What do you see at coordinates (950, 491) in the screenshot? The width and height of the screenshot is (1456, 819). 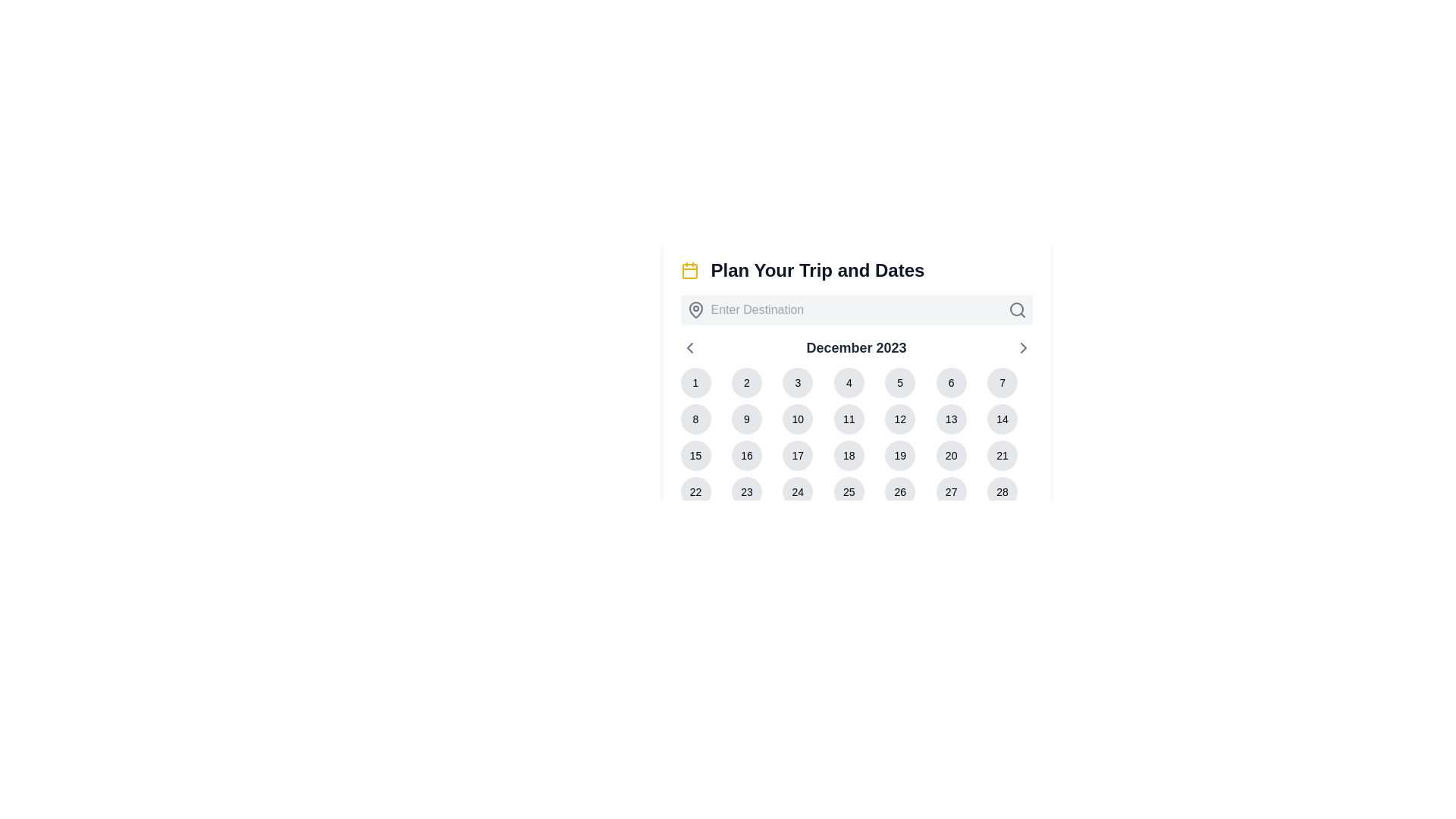 I see `the circular button labeled '27' in the December 2023 calendar interface` at bounding box center [950, 491].